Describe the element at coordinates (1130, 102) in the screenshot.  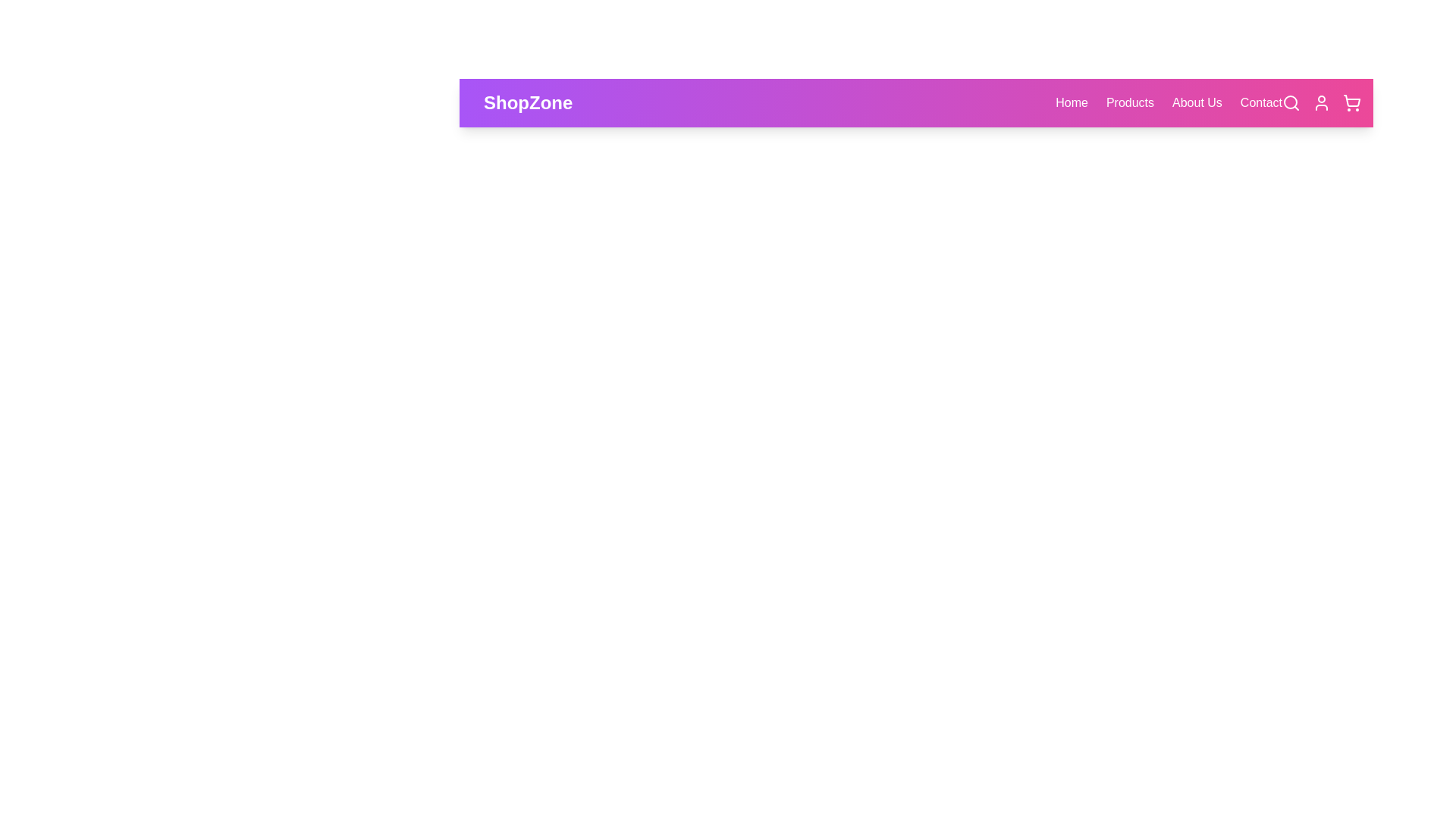
I see `the Products link in the navigation bar to navigate to the respective section` at that location.